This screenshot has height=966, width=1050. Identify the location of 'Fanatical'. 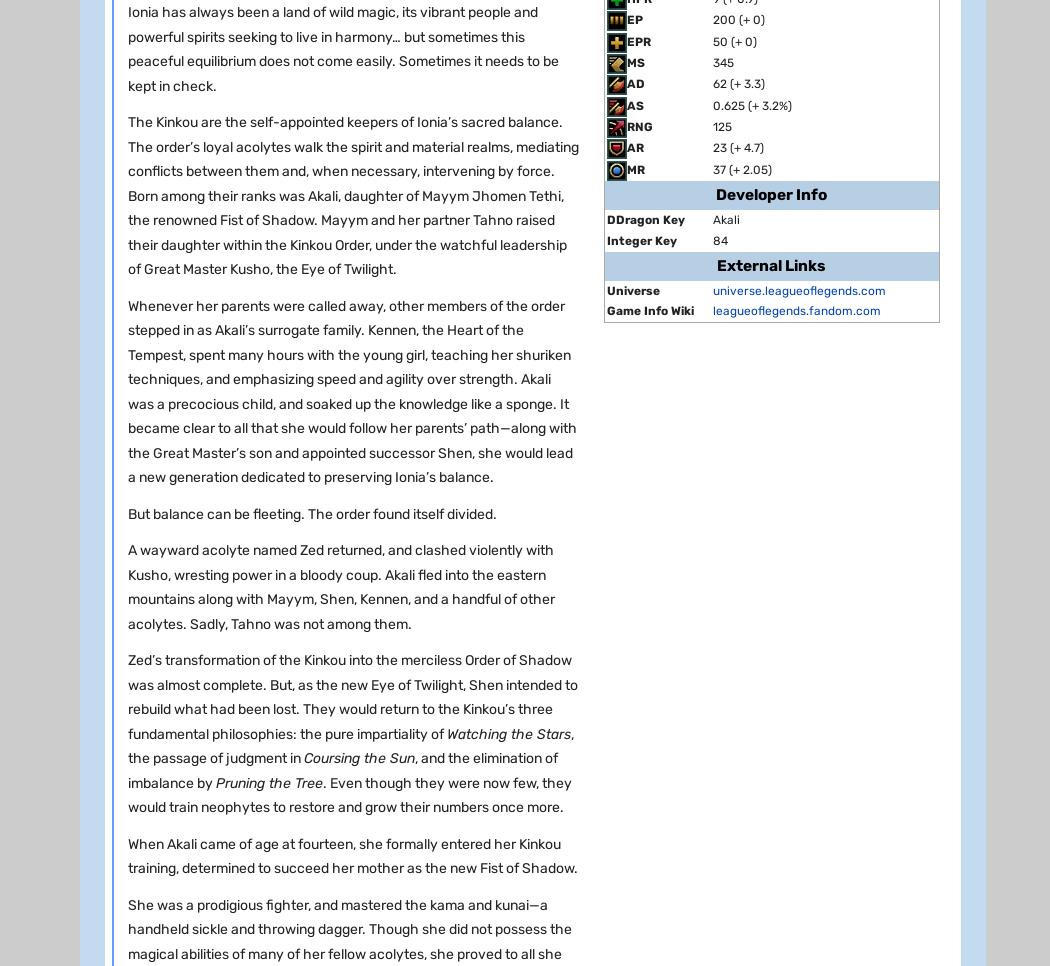
(730, 731).